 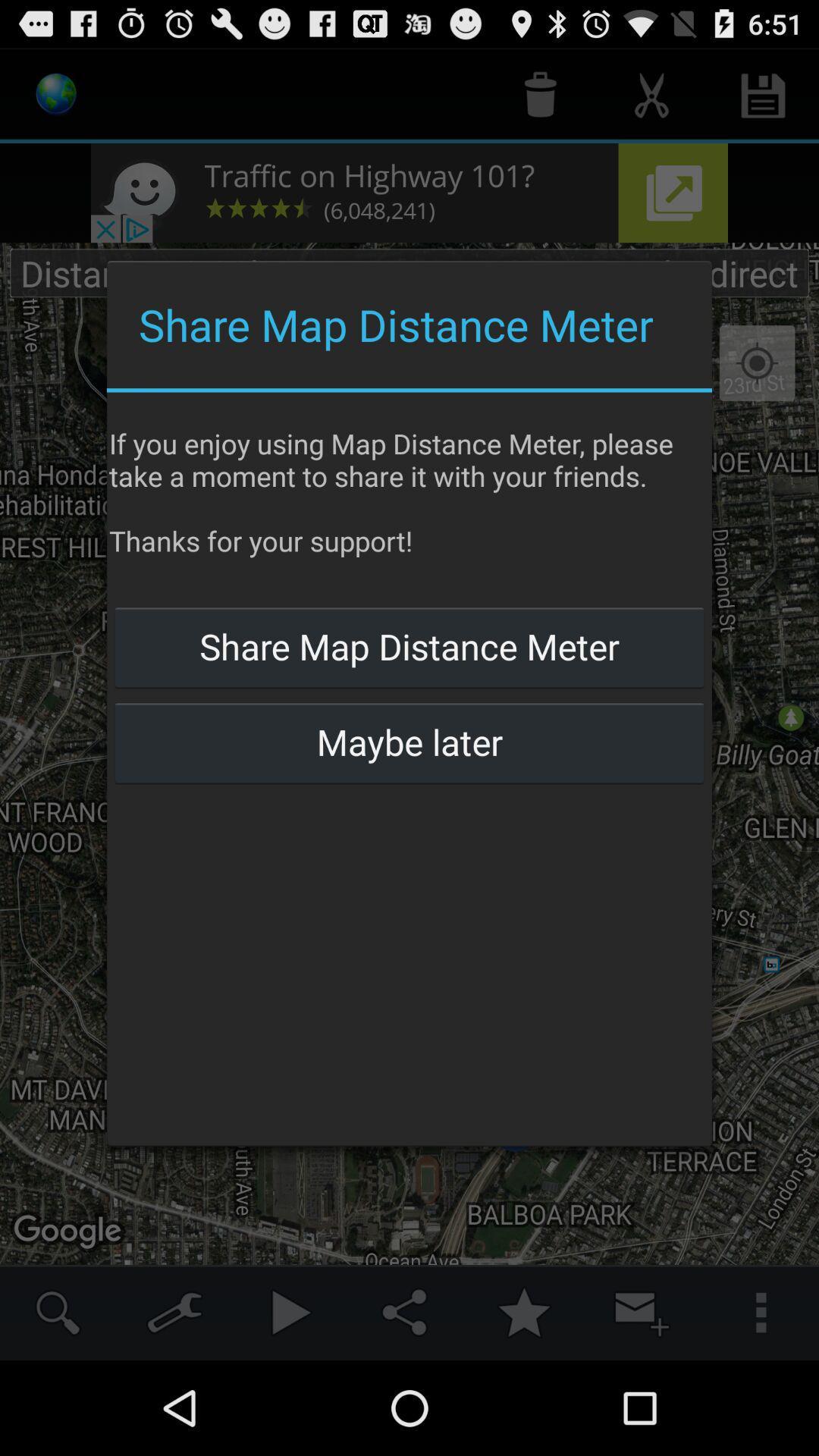 What do you see at coordinates (409, 742) in the screenshot?
I see `the maybe later item` at bounding box center [409, 742].